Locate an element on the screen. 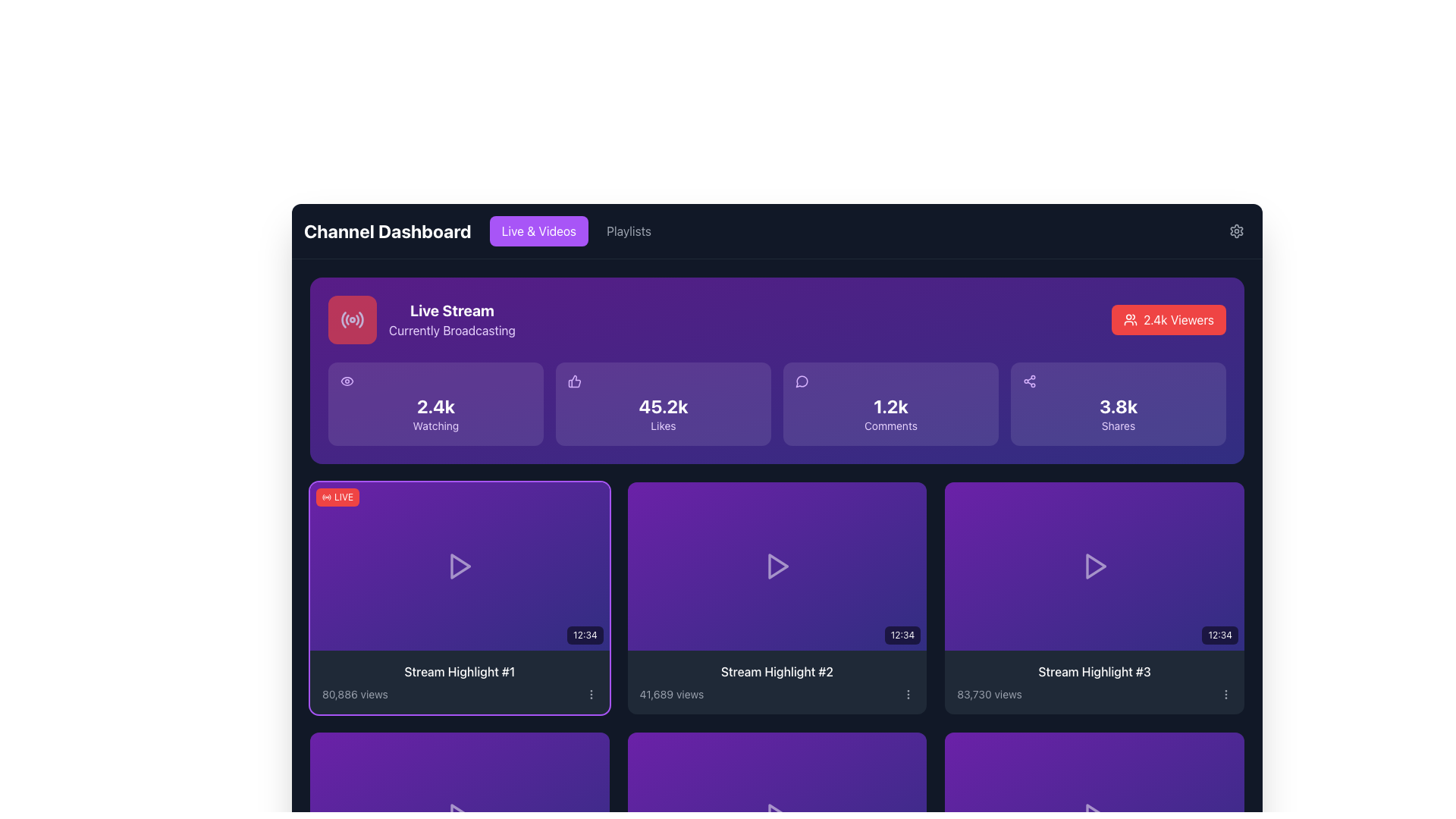 The width and height of the screenshot is (1456, 819). the leftmost speech bubble icon in the purple cards area labeled '1.2k Comments' is located at coordinates (801, 380).